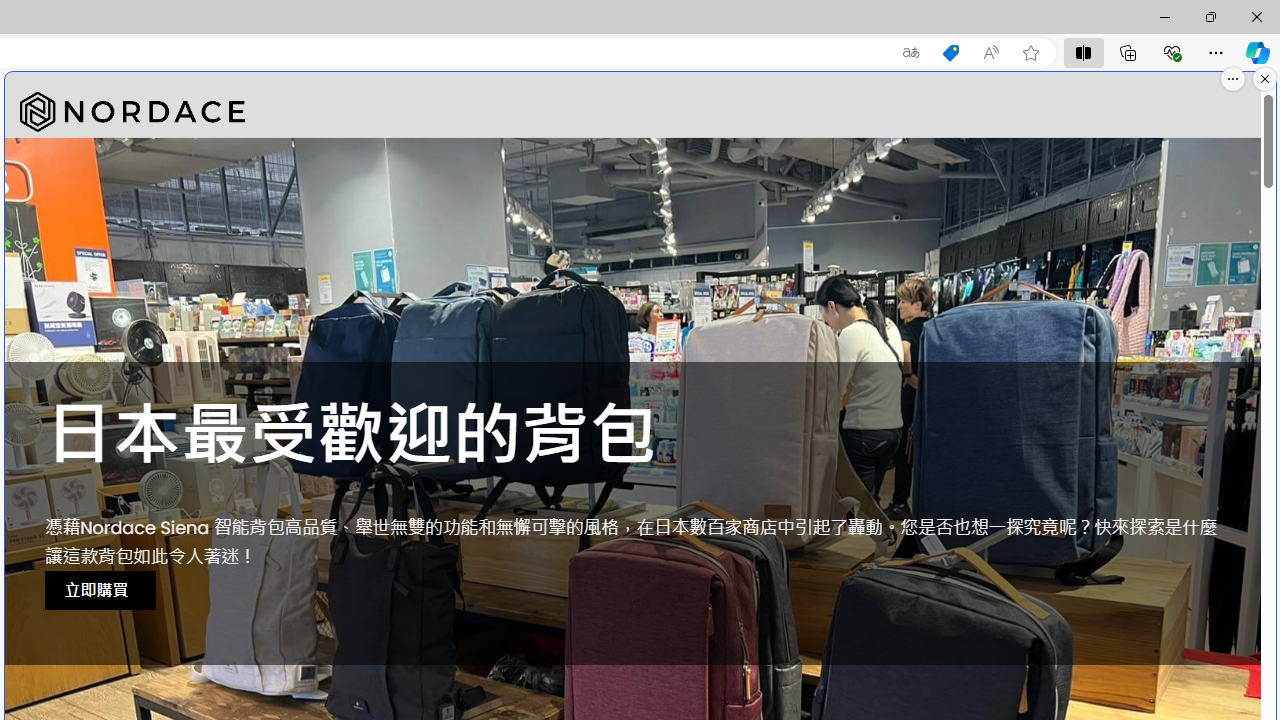  What do you see at coordinates (1257, 51) in the screenshot?
I see `'Copilot (Ctrl+Shift+.)'` at bounding box center [1257, 51].